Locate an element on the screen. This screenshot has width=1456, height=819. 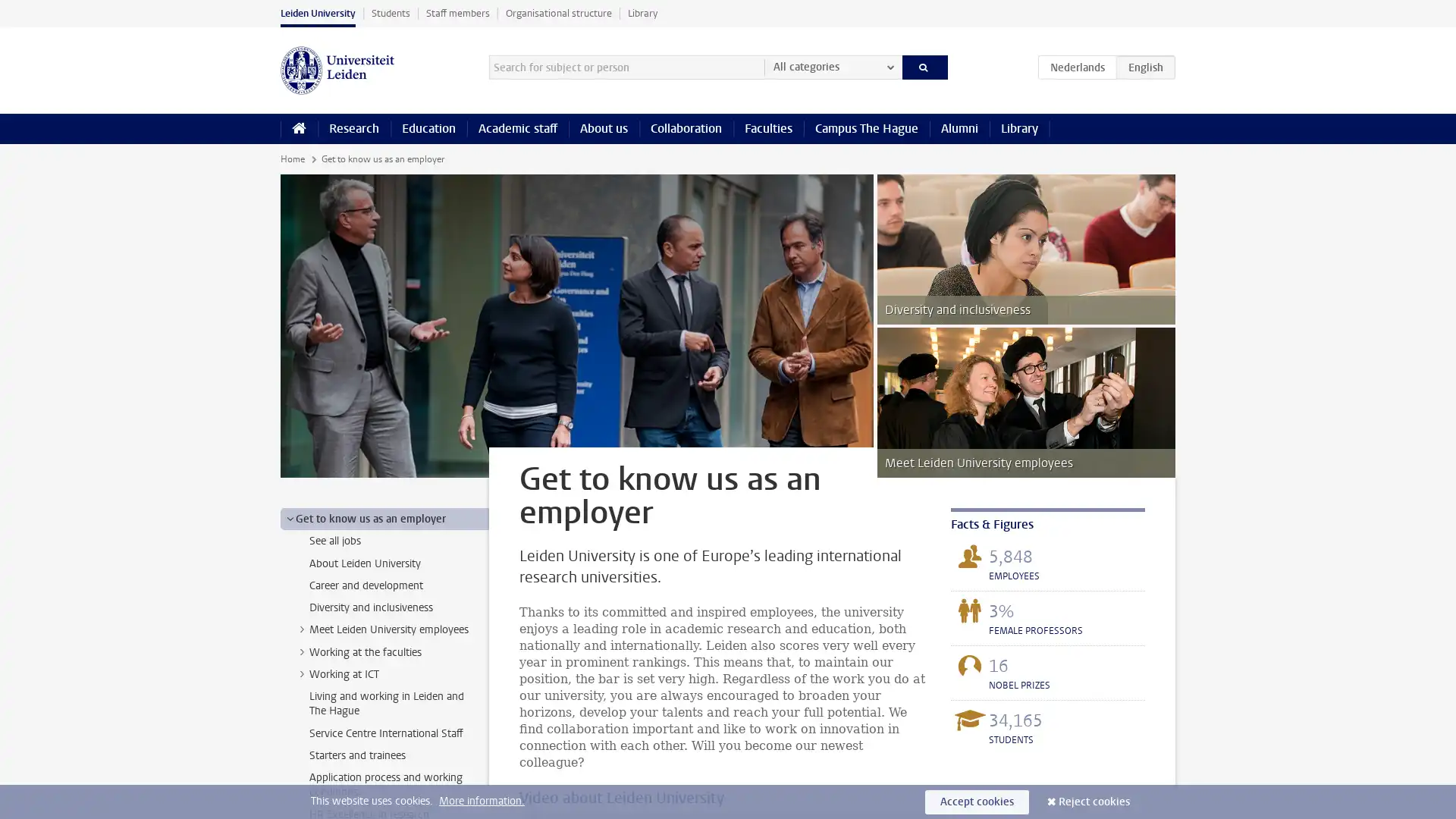
Accept cookies is located at coordinates (977, 801).